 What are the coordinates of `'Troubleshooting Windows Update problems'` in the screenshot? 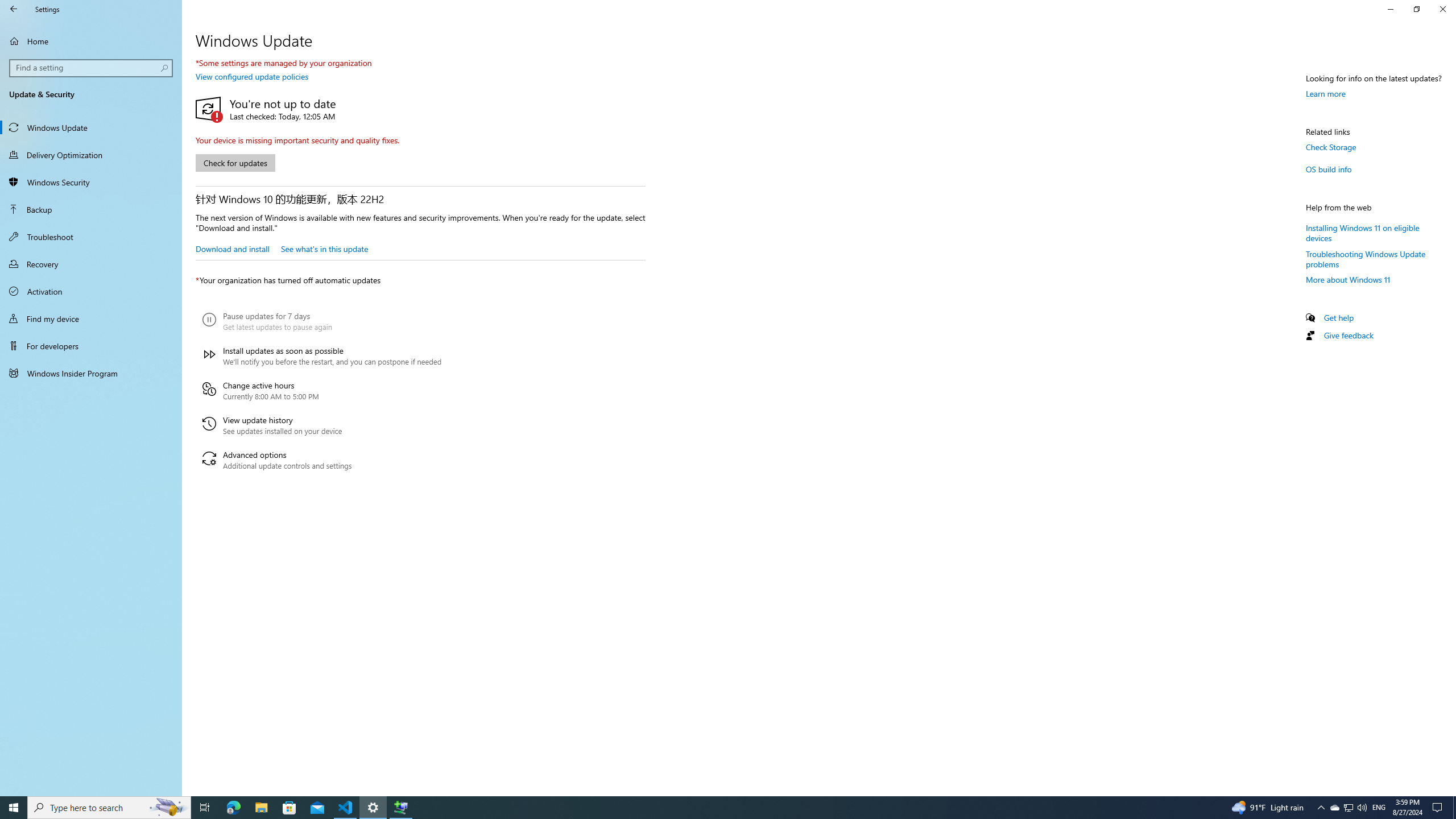 It's located at (1366, 259).